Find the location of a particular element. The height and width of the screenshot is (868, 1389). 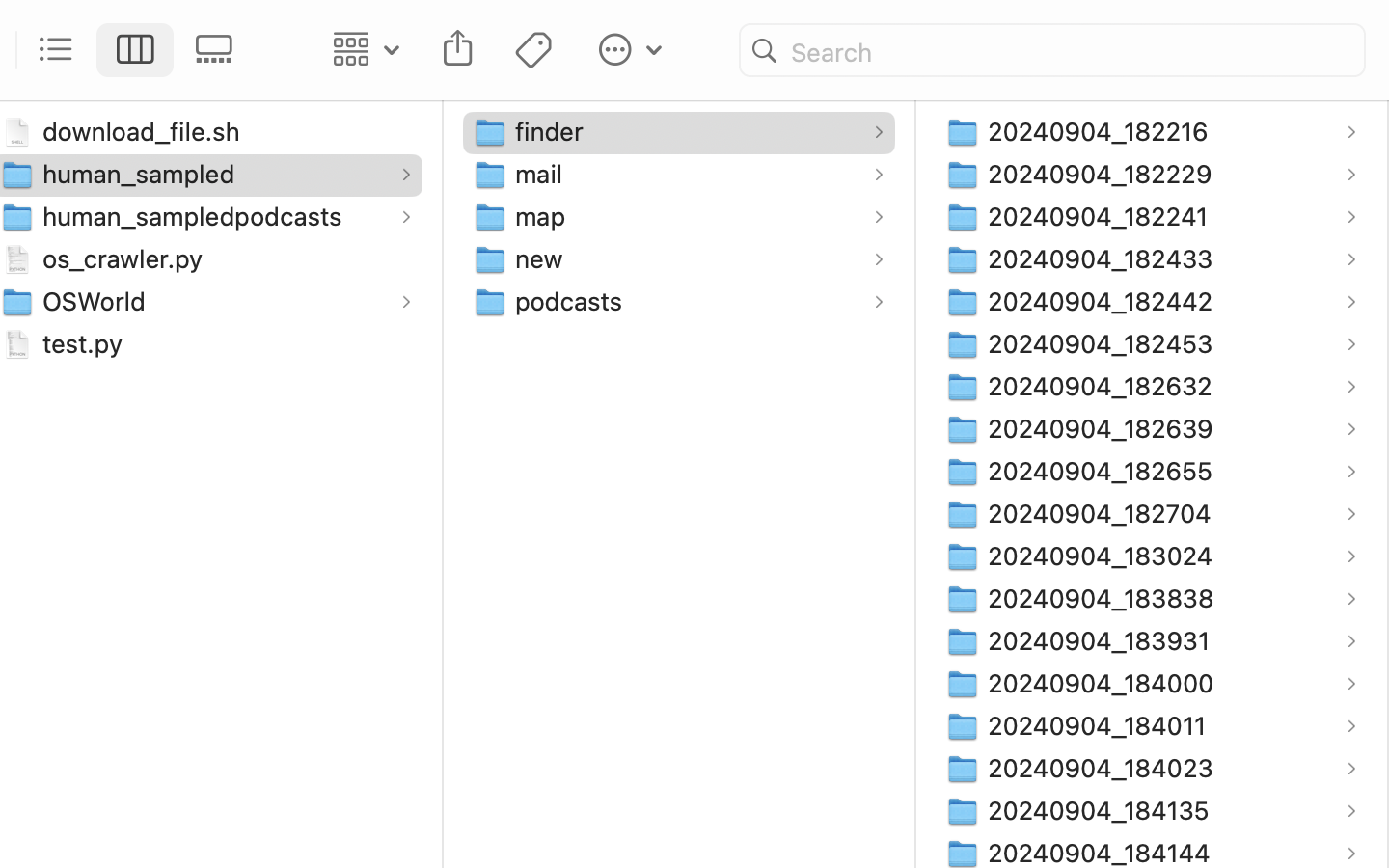

'human_sampled' is located at coordinates (142, 174).